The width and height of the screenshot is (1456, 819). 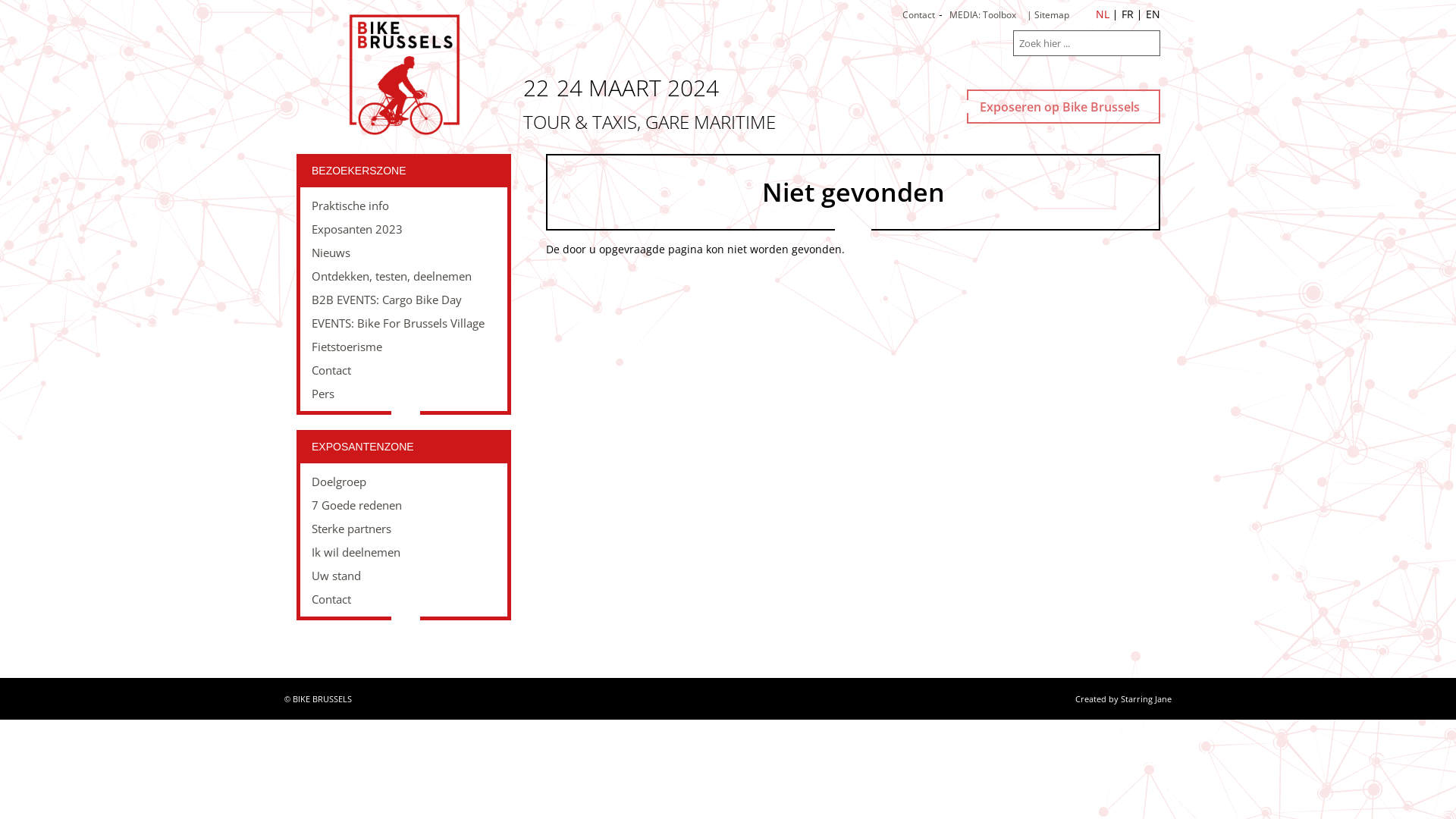 What do you see at coordinates (1022, 14) in the screenshot?
I see `'| Sitemap'` at bounding box center [1022, 14].